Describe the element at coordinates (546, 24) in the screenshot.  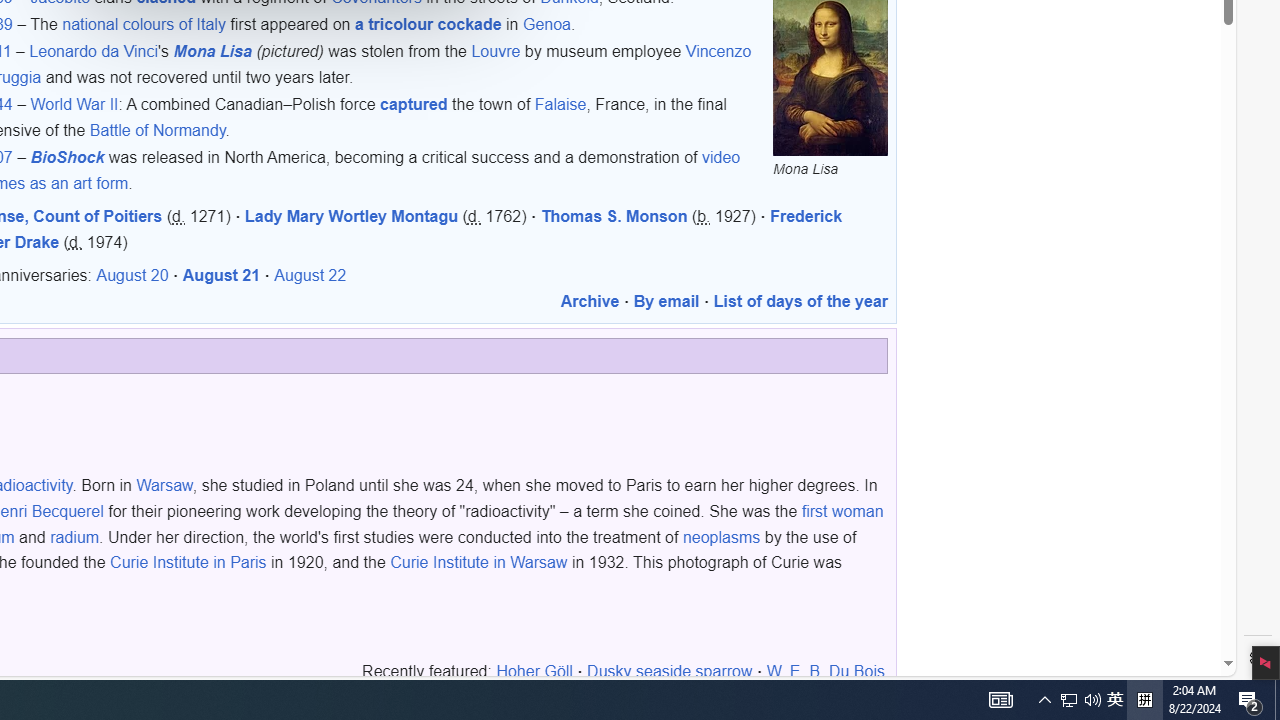
I see `'Genoa'` at that location.